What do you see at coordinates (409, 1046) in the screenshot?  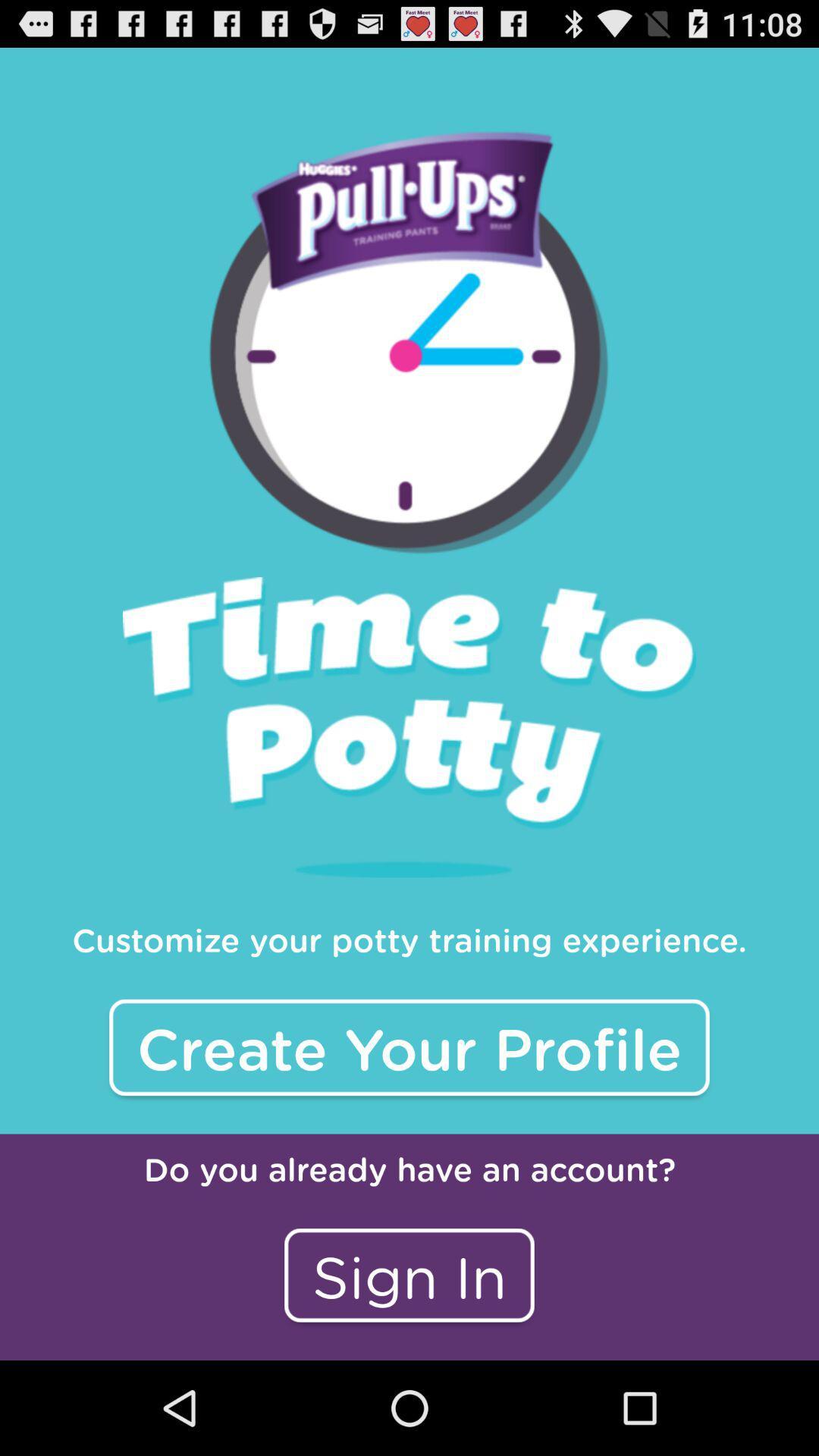 I see `create your profile item` at bounding box center [409, 1046].